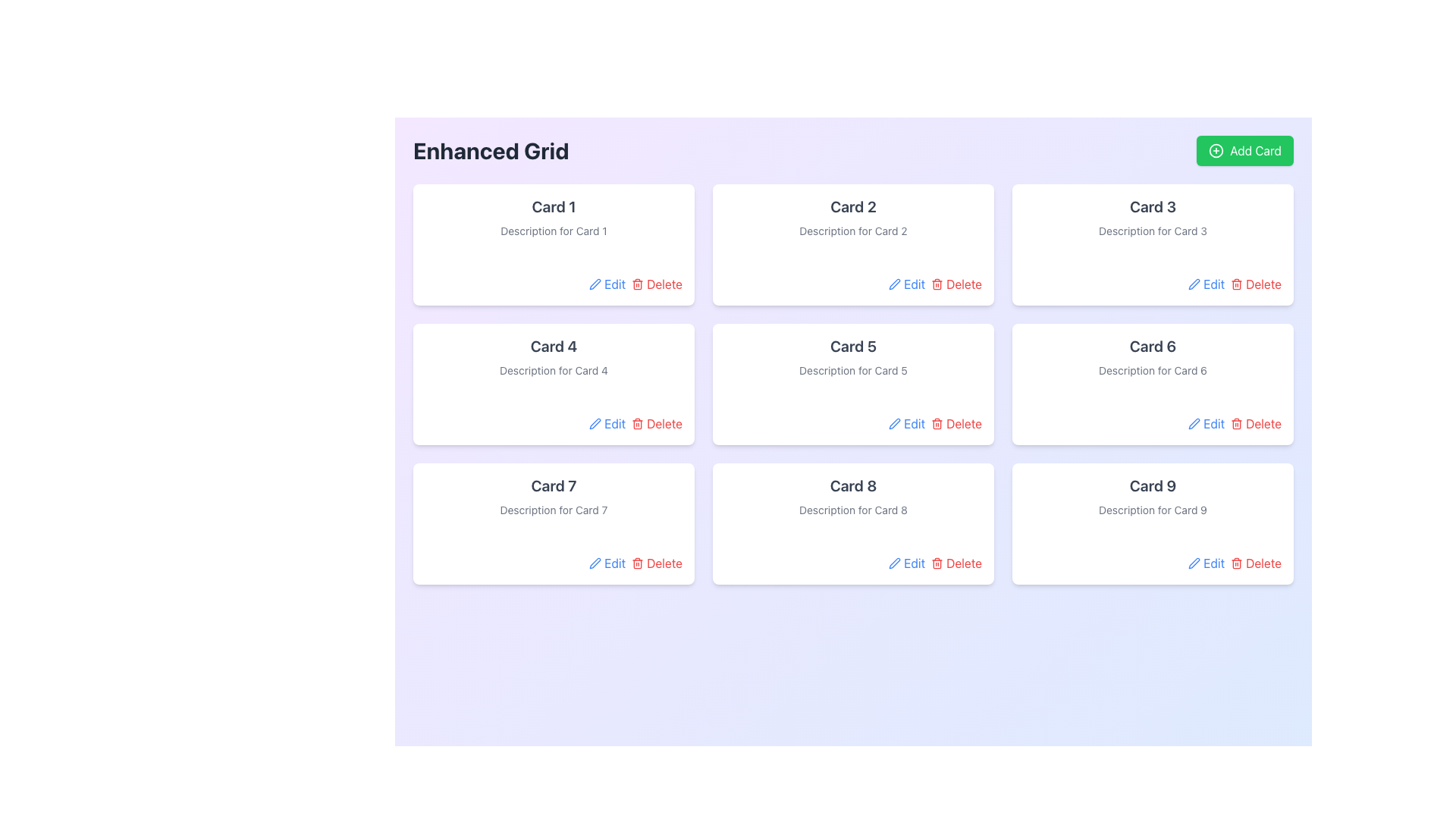 The width and height of the screenshot is (1456, 819). I want to click on the textual display area located in the bottom-right card, which provides a label and description for categorization or identification, so click(1153, 497).